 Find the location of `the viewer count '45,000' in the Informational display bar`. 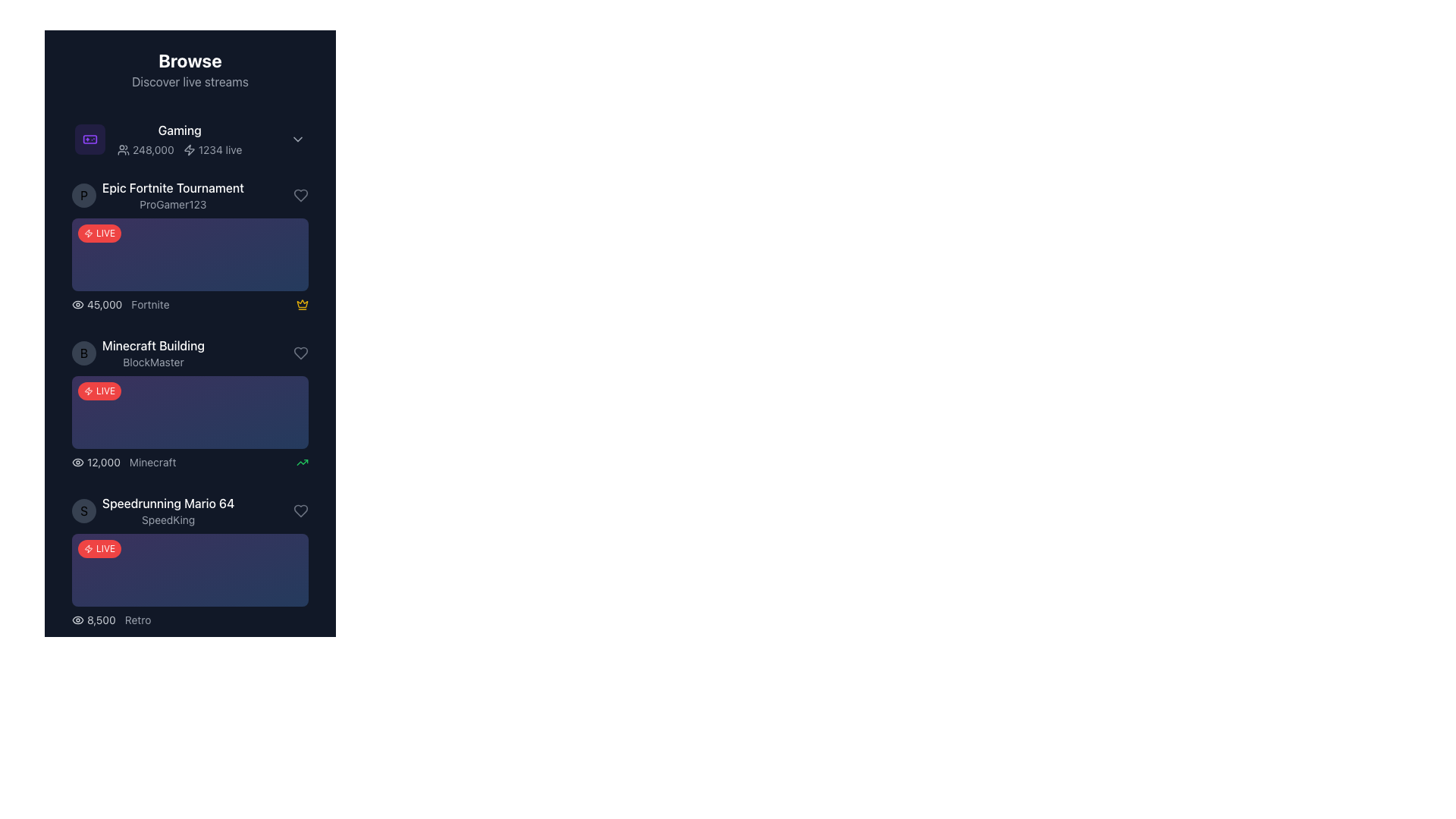

the viewer count '45,000' in the Informational display bar is located at coordinates (189, 304).